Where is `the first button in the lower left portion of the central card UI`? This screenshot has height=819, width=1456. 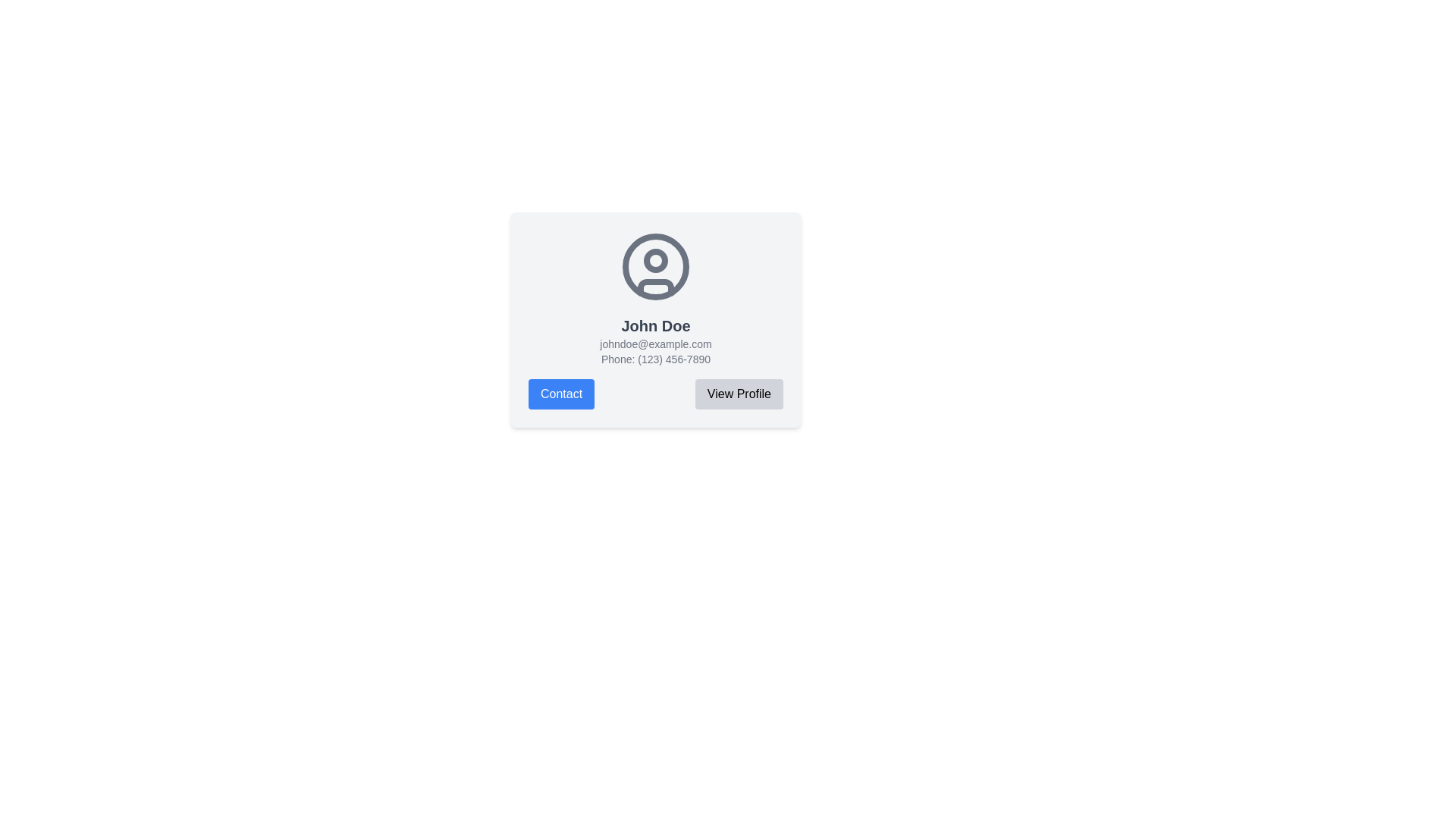
the first button in the lower left portion of the central card UI is located at coordinates (560, 394).